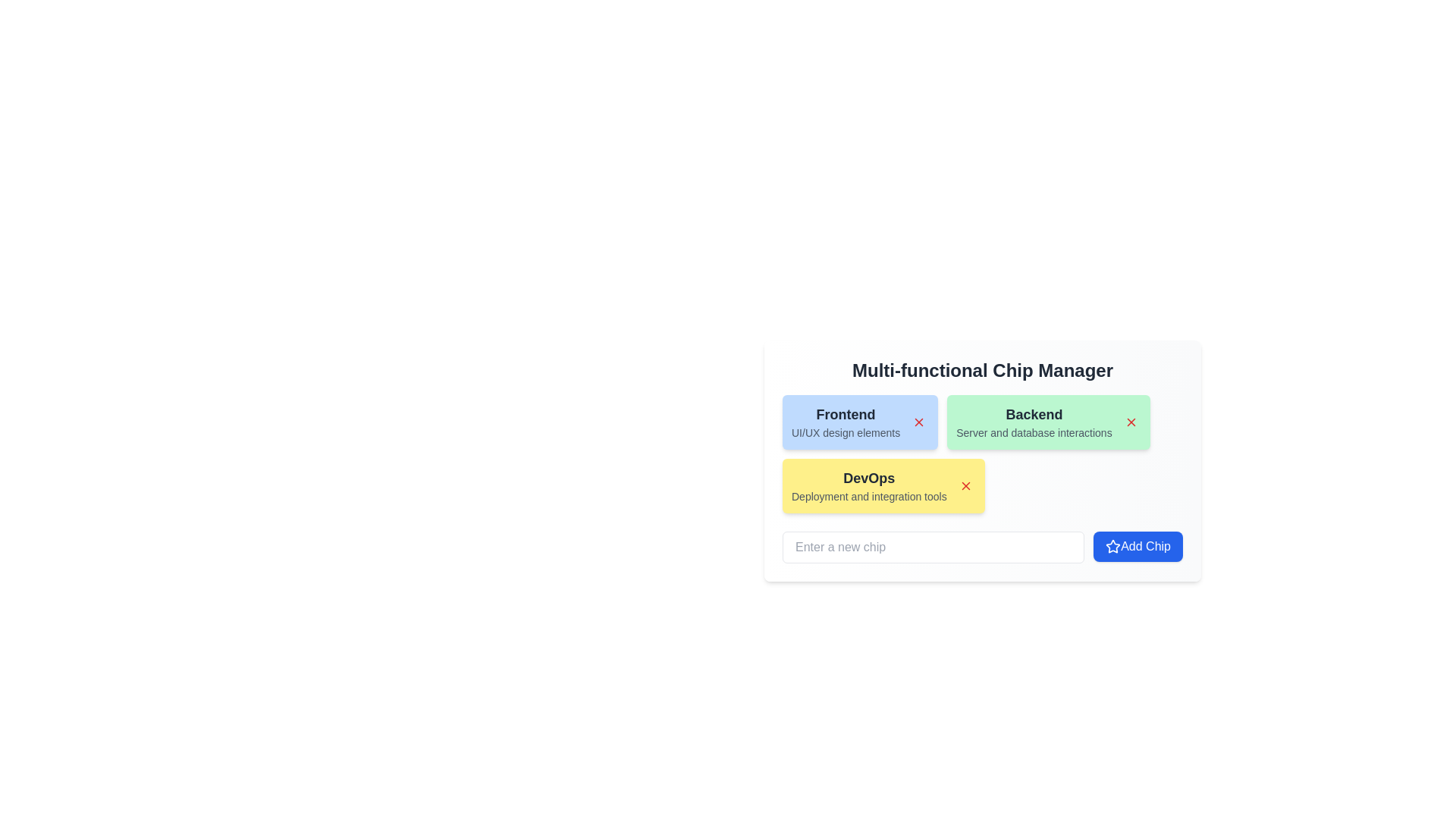  I want to click on the red 'X' button located at the top-right corner of the green rectangular section labeled 'Backend', so click(1131, 422).